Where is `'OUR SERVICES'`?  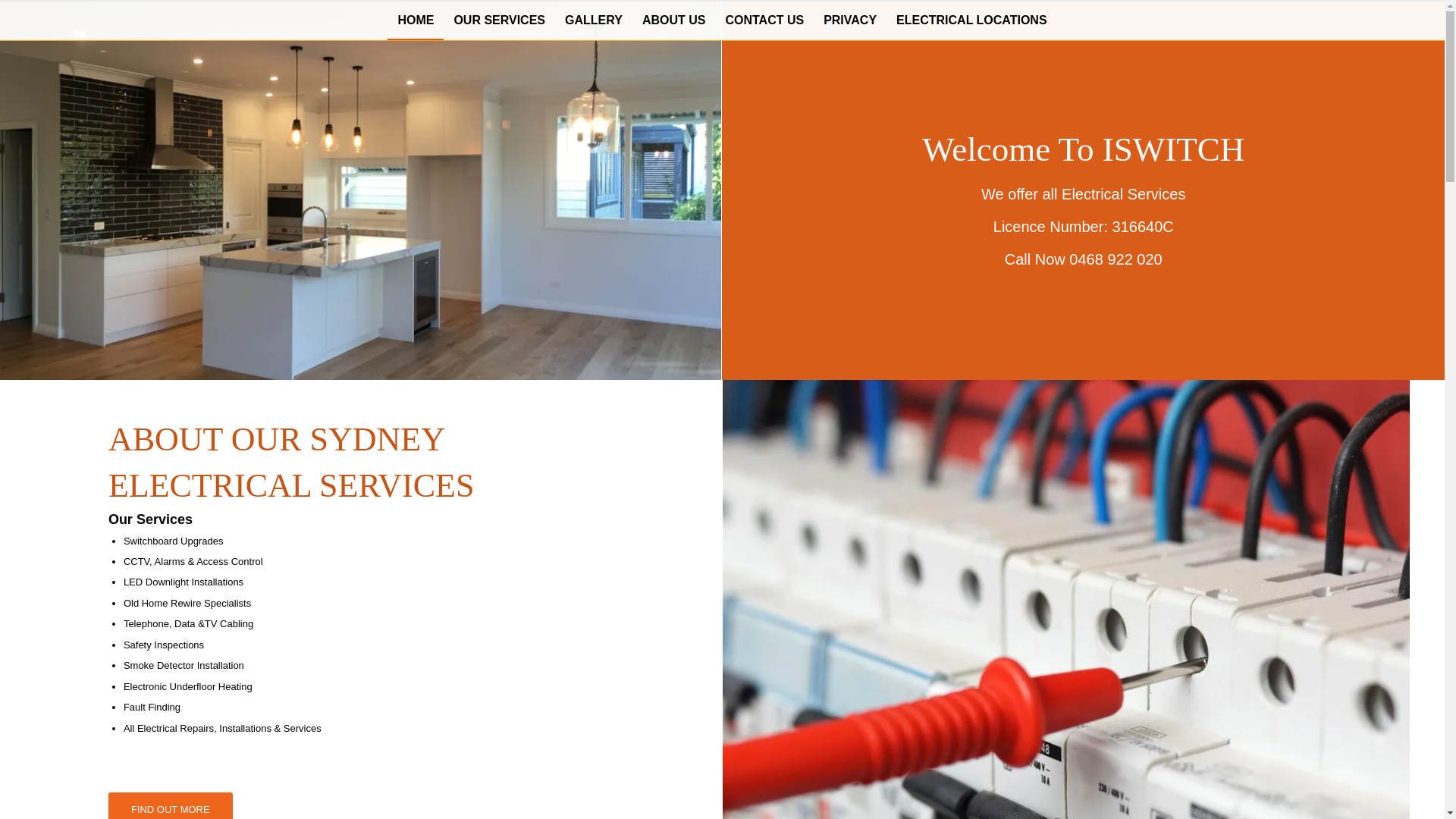
'OUR SERVICES' is located at coordinates (499, 20).